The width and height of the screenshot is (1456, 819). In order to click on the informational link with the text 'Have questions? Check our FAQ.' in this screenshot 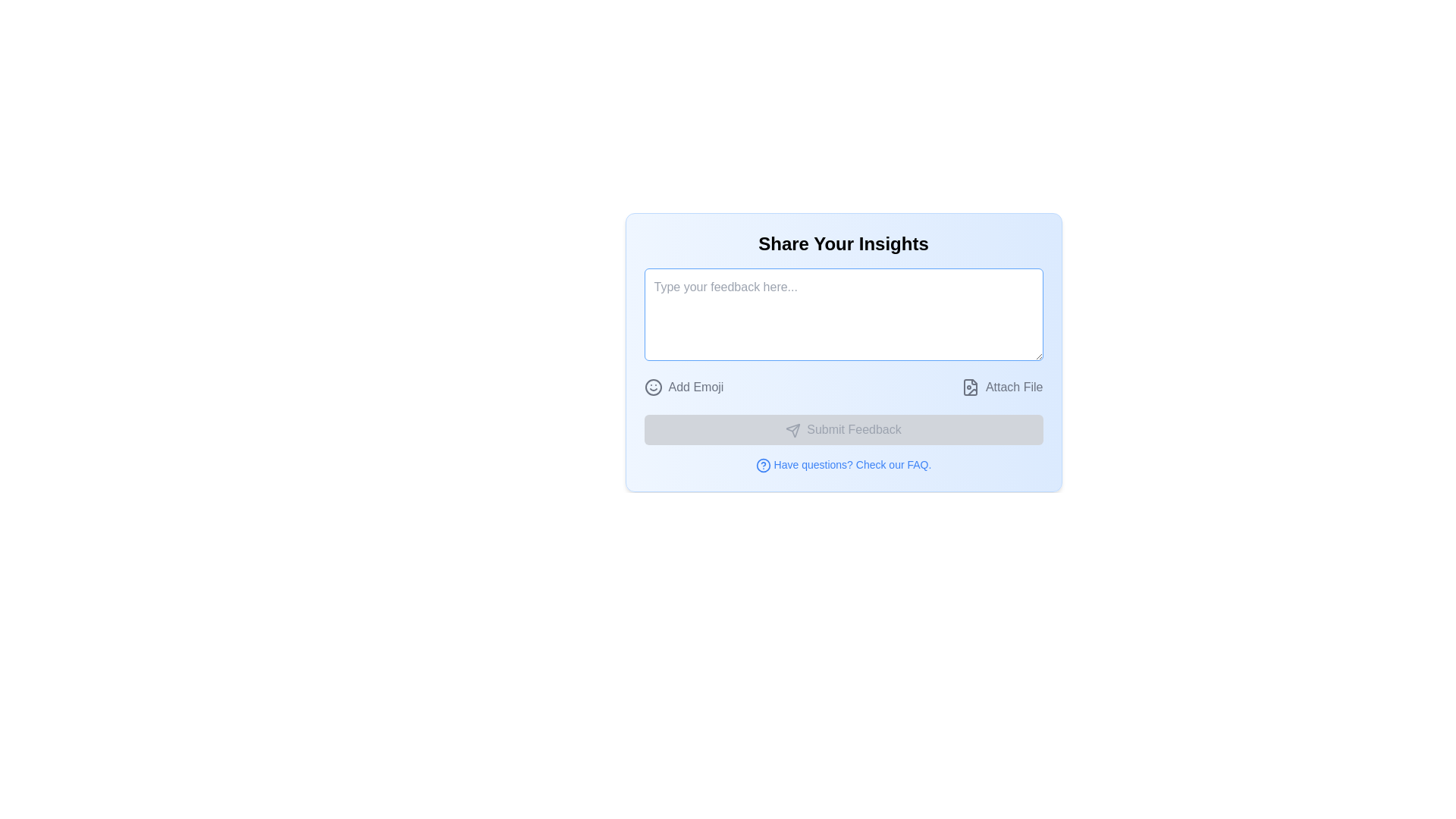, I will do `click(843, 464)`.